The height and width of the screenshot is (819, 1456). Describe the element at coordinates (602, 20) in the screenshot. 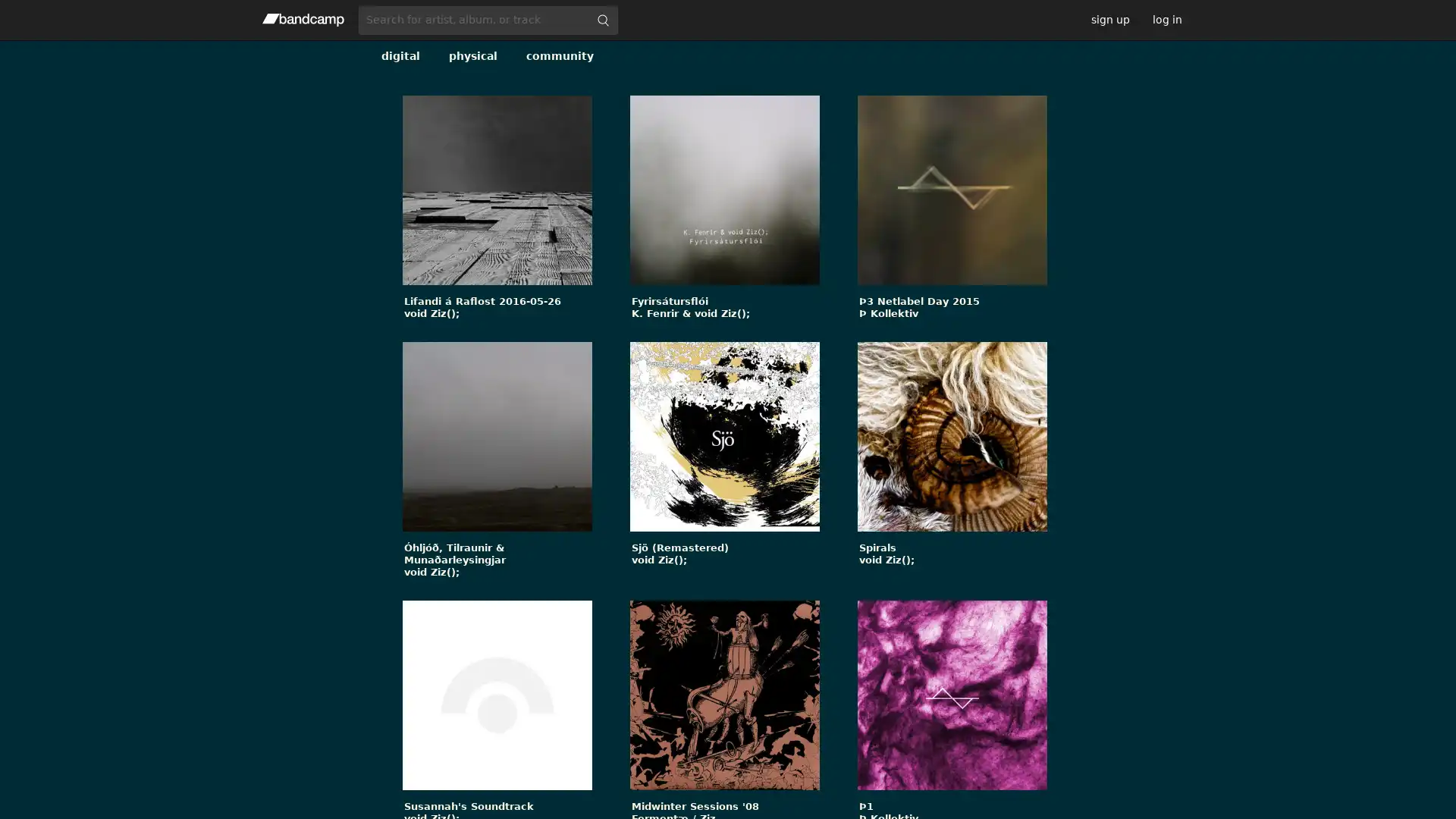

I see `submit for full search page` at that location.